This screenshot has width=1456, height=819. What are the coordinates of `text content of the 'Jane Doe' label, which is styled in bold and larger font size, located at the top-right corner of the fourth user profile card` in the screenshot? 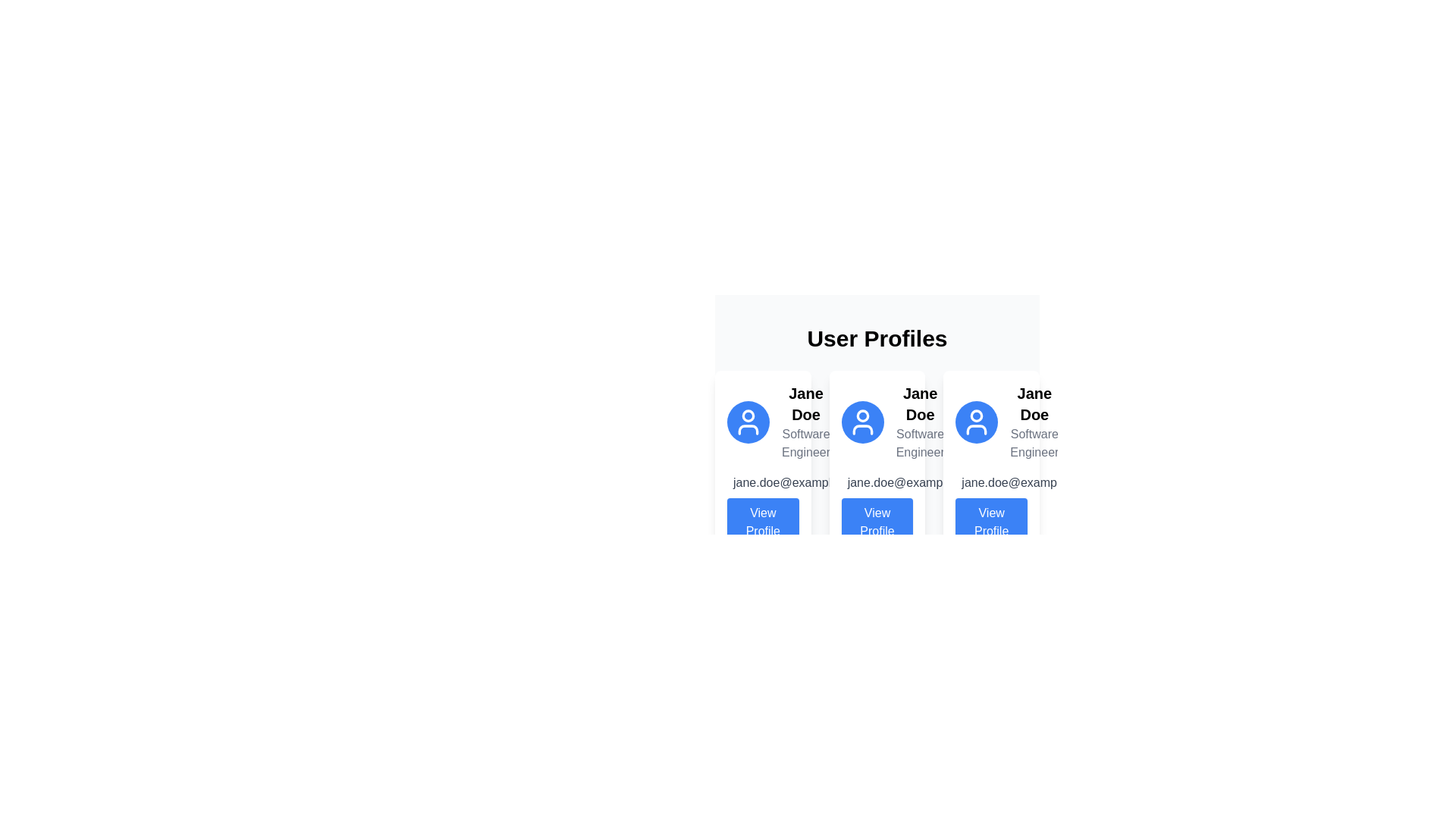 It's located at (1034, 403).